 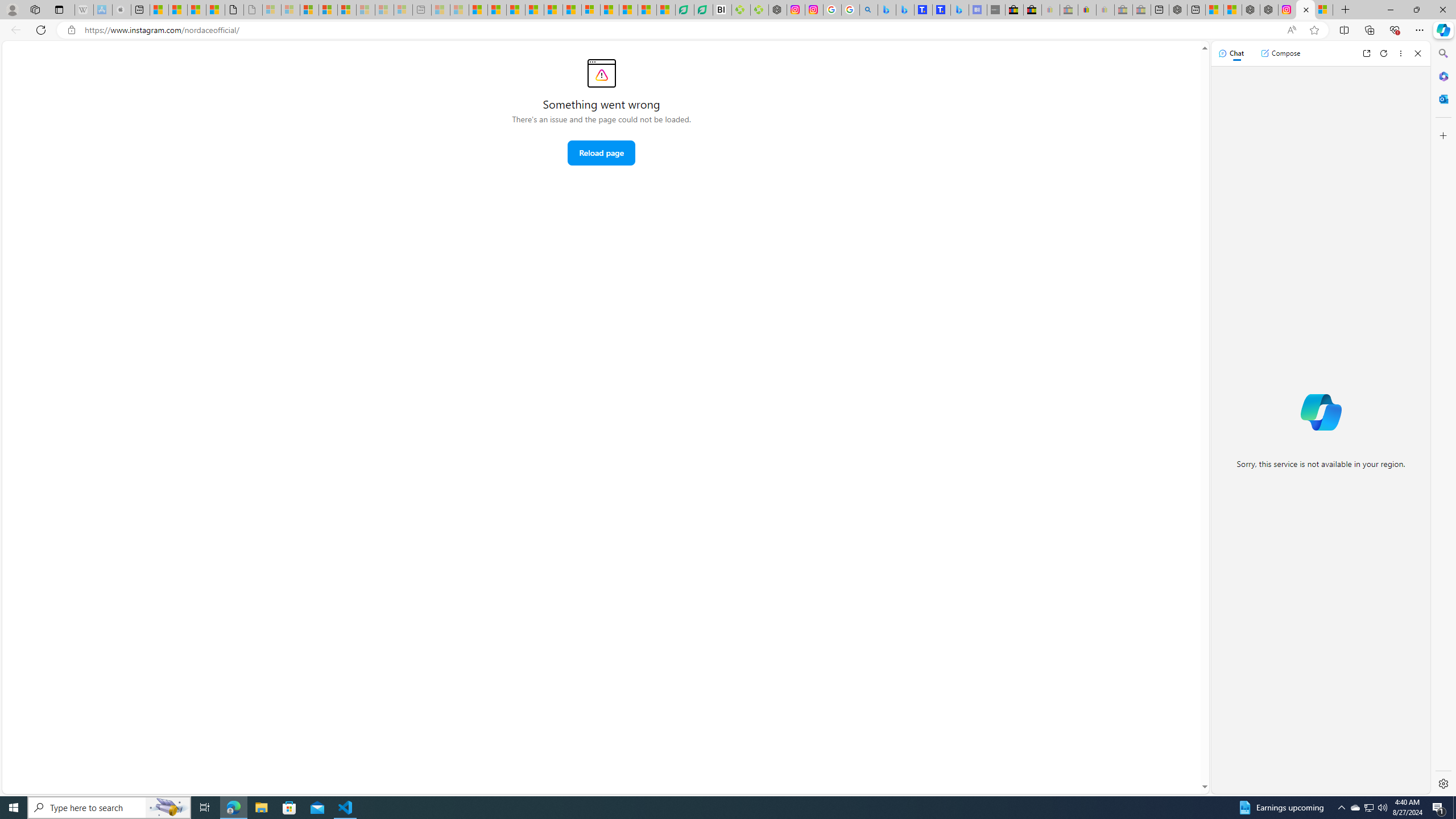 What do you see at coordinates (832, 9) in the screenshot?
I see `'Safety in Our Products - Google Safety Center'` at bounding box center [832, 9].